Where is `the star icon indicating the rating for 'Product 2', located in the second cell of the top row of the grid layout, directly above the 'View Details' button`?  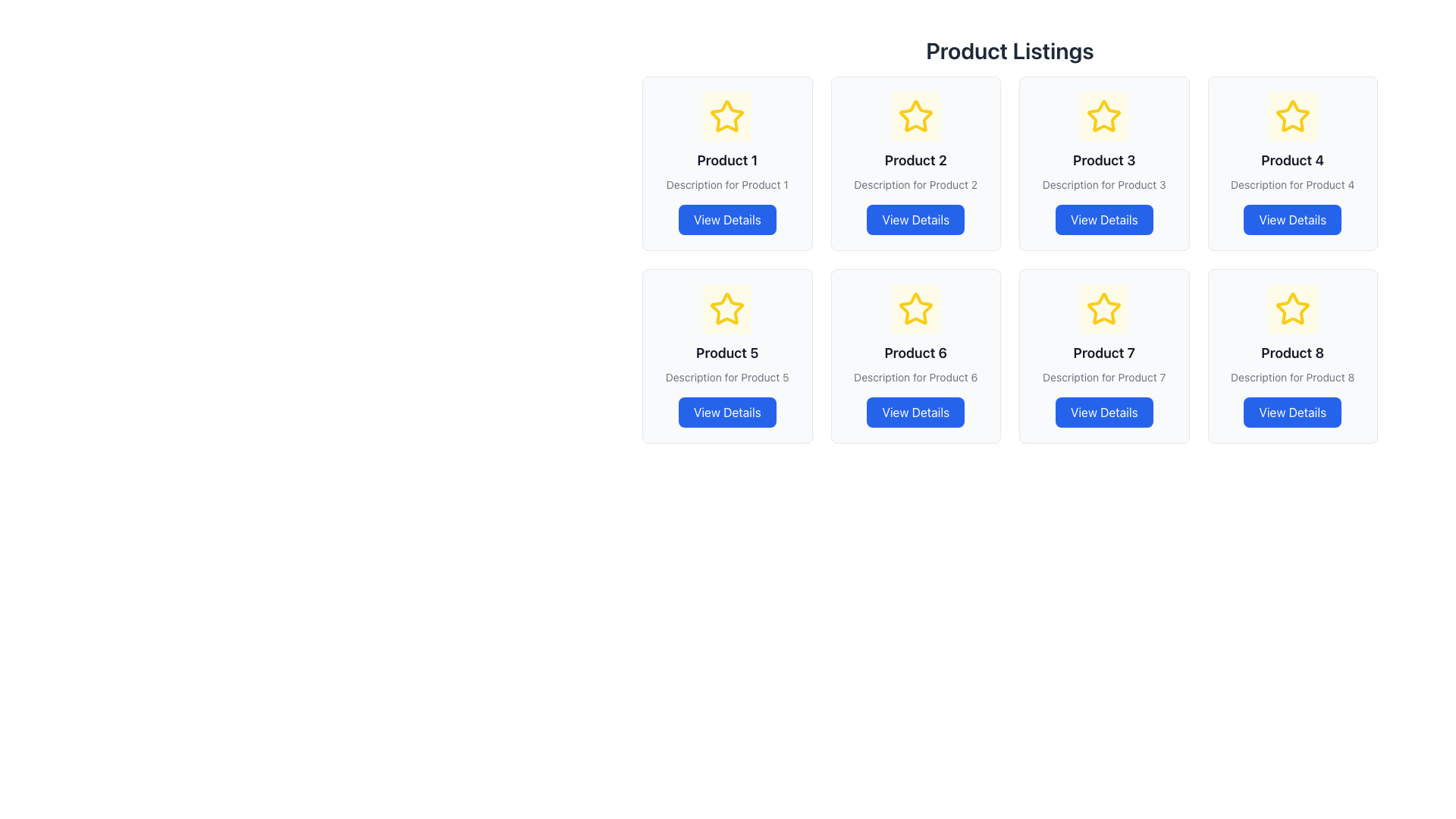 the star icon indicating the rating for 'Product 2', located in the second cell of the top row of the grid layout, directly above the 'View Details' button is located at coordinates (915, 115).